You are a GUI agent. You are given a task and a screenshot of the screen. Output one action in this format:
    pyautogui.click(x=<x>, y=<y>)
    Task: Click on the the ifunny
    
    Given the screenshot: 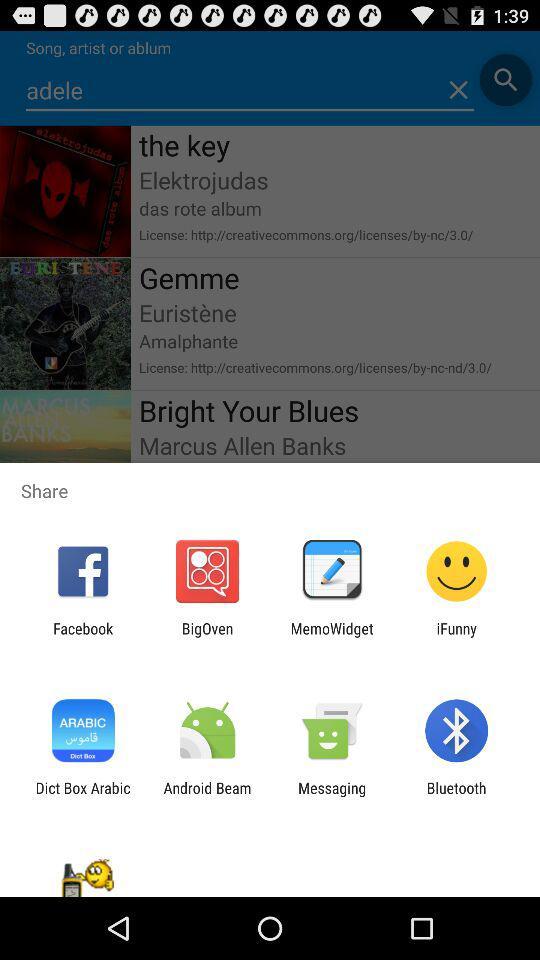 What is the action you would take?
    pyautogui.click(x=456, y=636)
    